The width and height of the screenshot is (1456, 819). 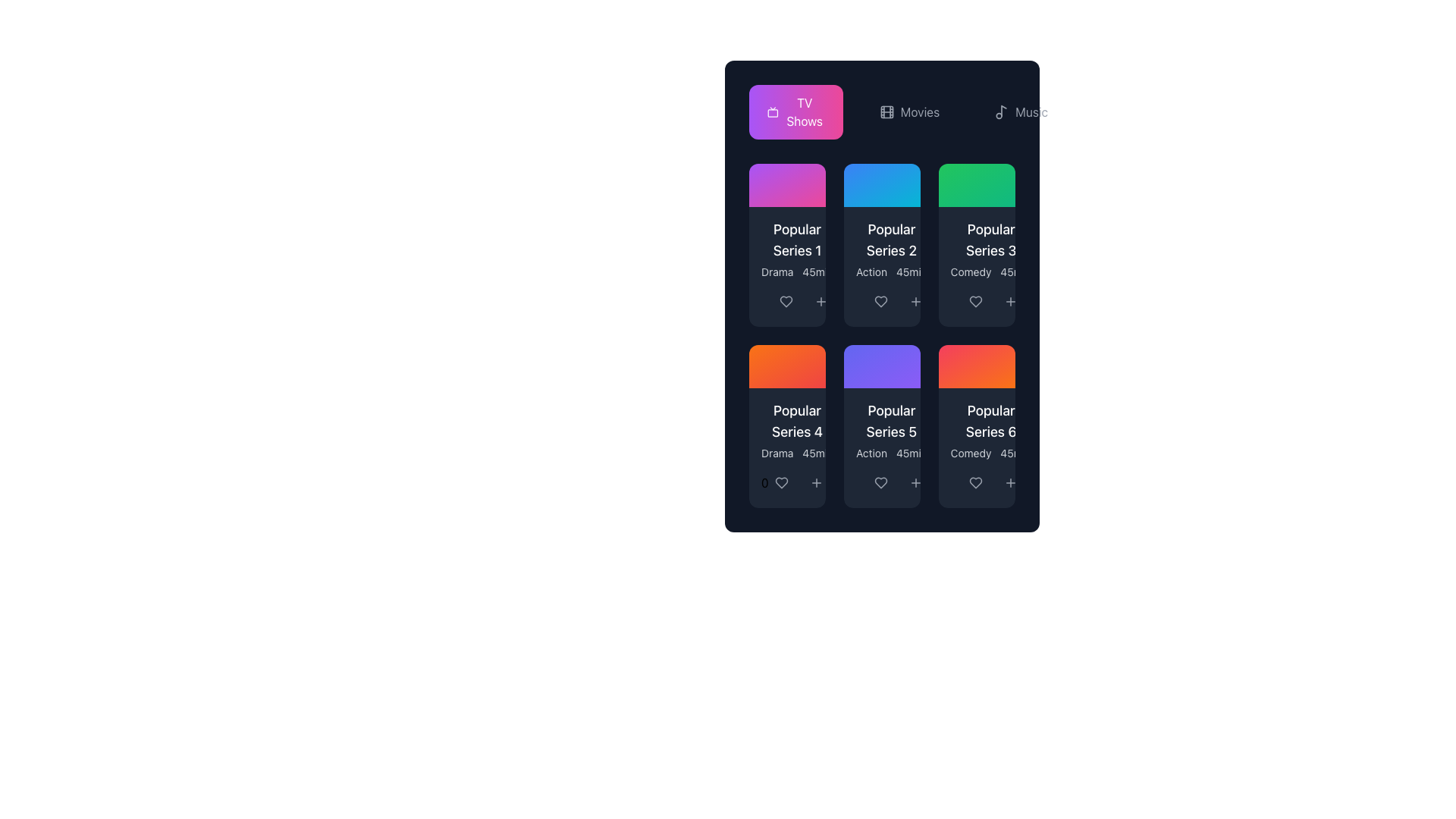 What do you see at coordinates (977, 184) in the screenshot?
I see `the decorative background area of the 'Popular Series 3' card, which is a rectangular gradient area transitioning from green to emerald located in the top-right portion of the grid` at bounding box center [977, 184].